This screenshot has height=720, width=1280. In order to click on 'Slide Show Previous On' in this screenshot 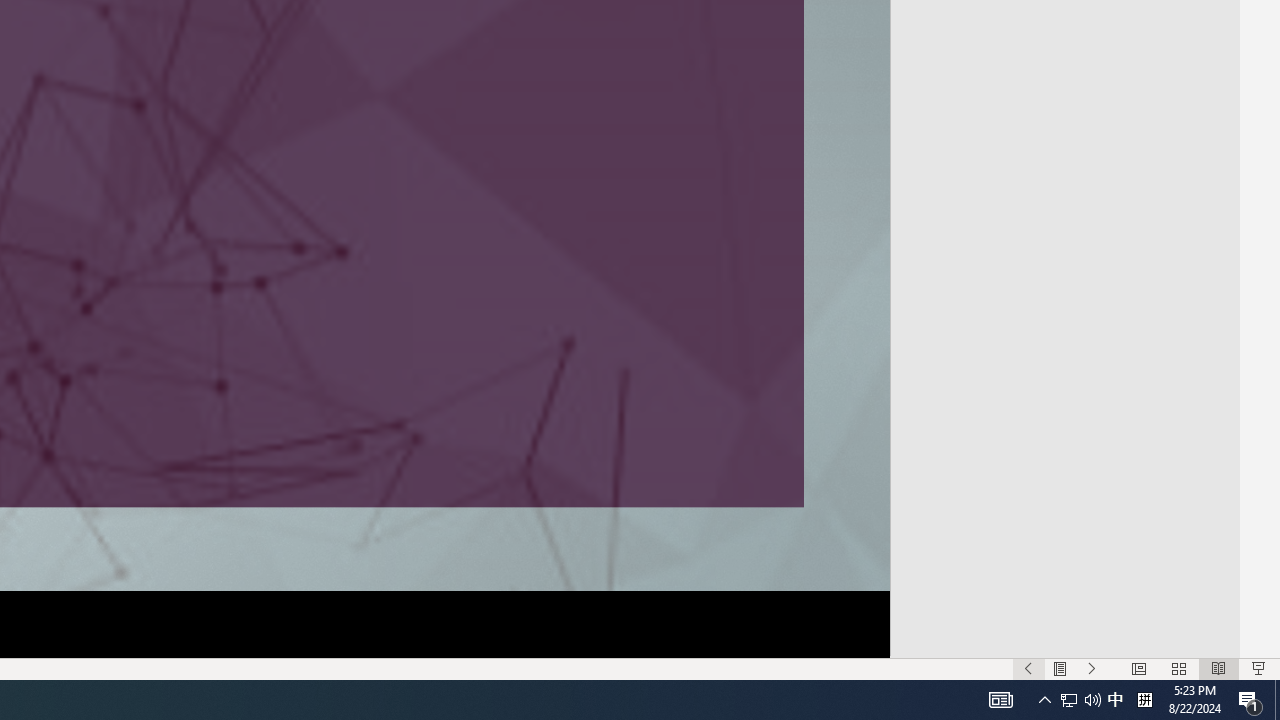, I will do `click(1028, 669)`.